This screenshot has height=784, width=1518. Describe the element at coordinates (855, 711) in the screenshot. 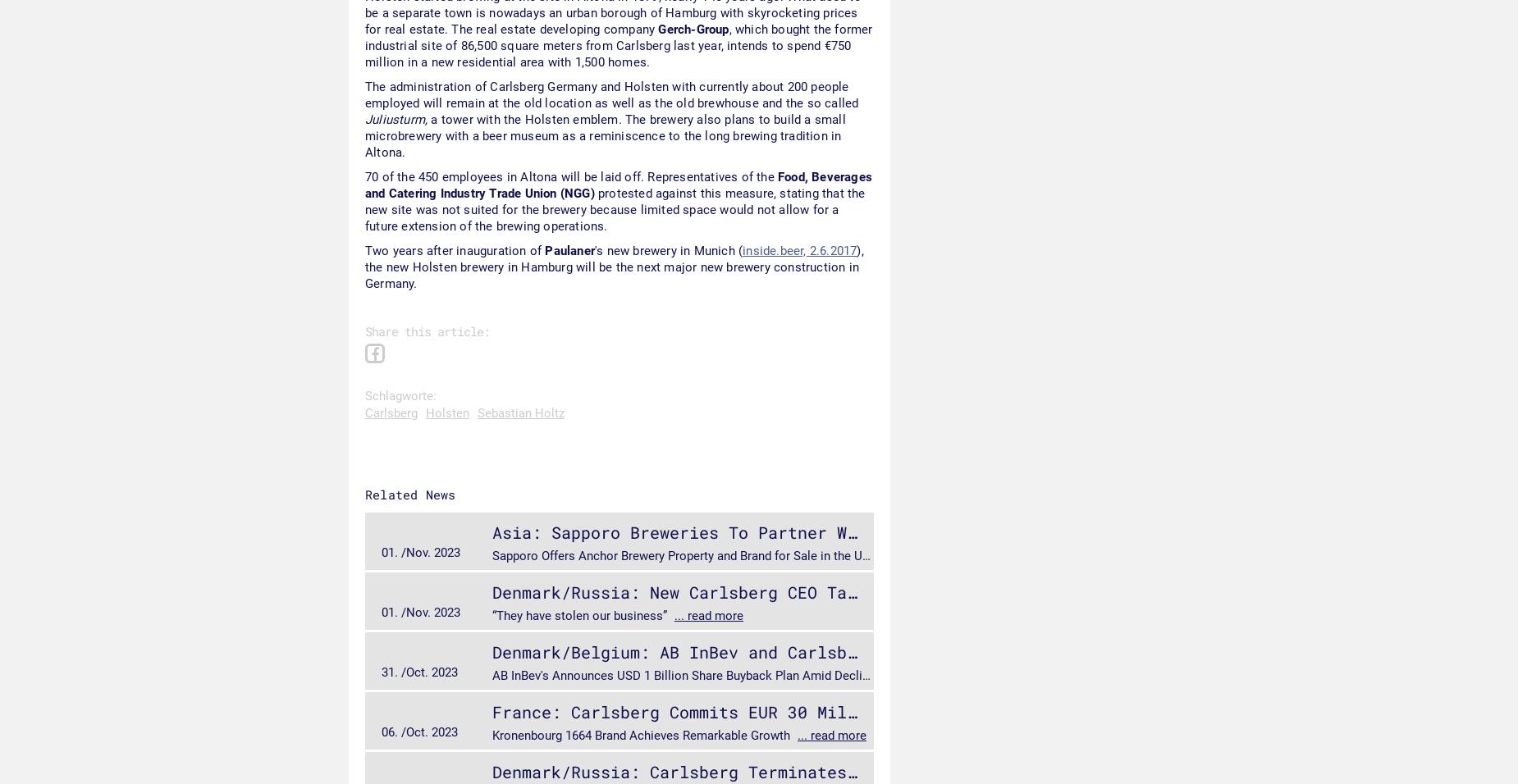

I see `'France: Carlsberg Commits EUR 30 Million Investment in Kronenbourg Brewery'` at that location.